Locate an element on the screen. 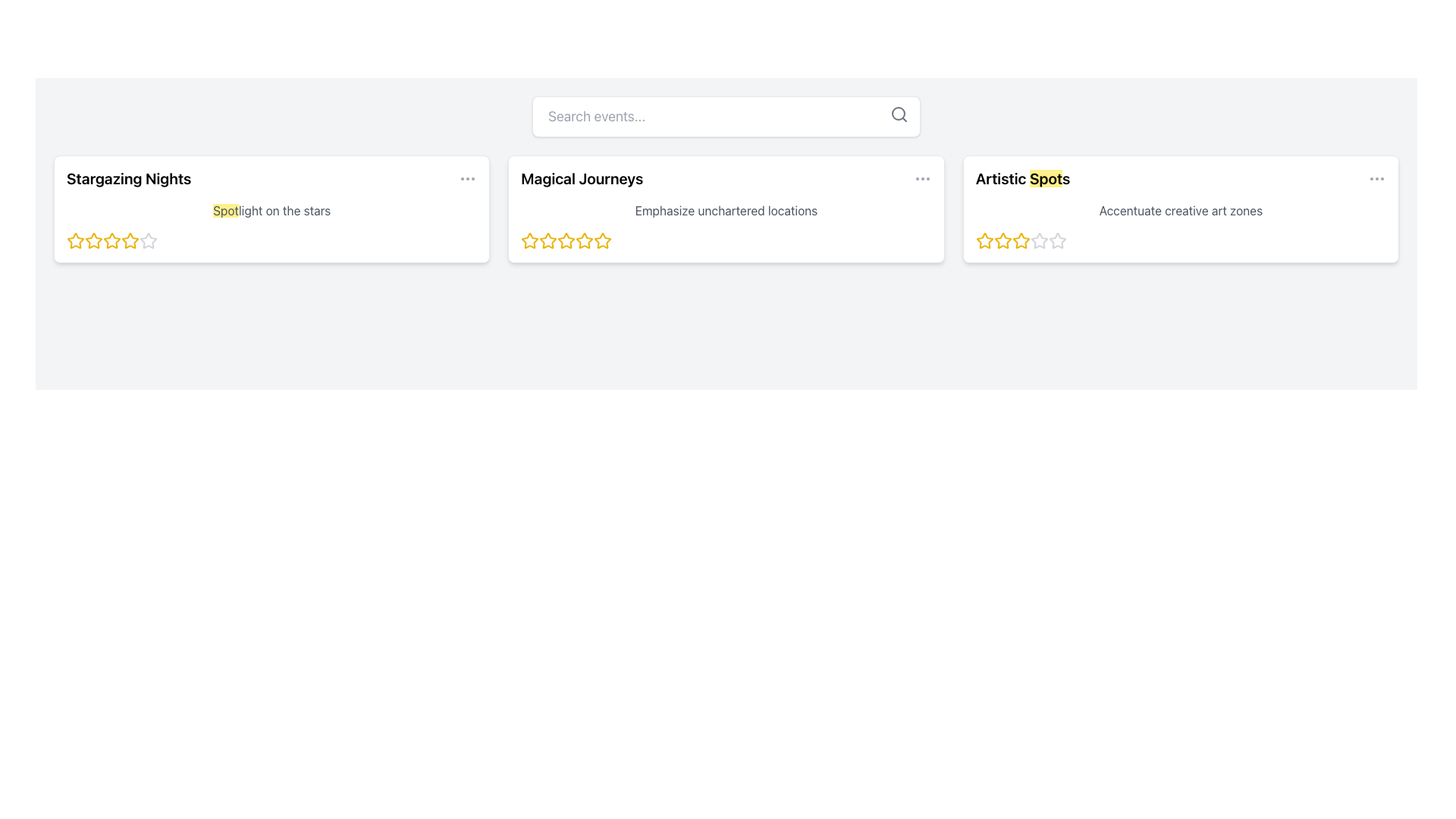 Image resolution: width=1456 pixels, height=819 pixels. the fifth star icon in the rating component below the text 'Artistic Spots' is located at coordinates (1056, 239).